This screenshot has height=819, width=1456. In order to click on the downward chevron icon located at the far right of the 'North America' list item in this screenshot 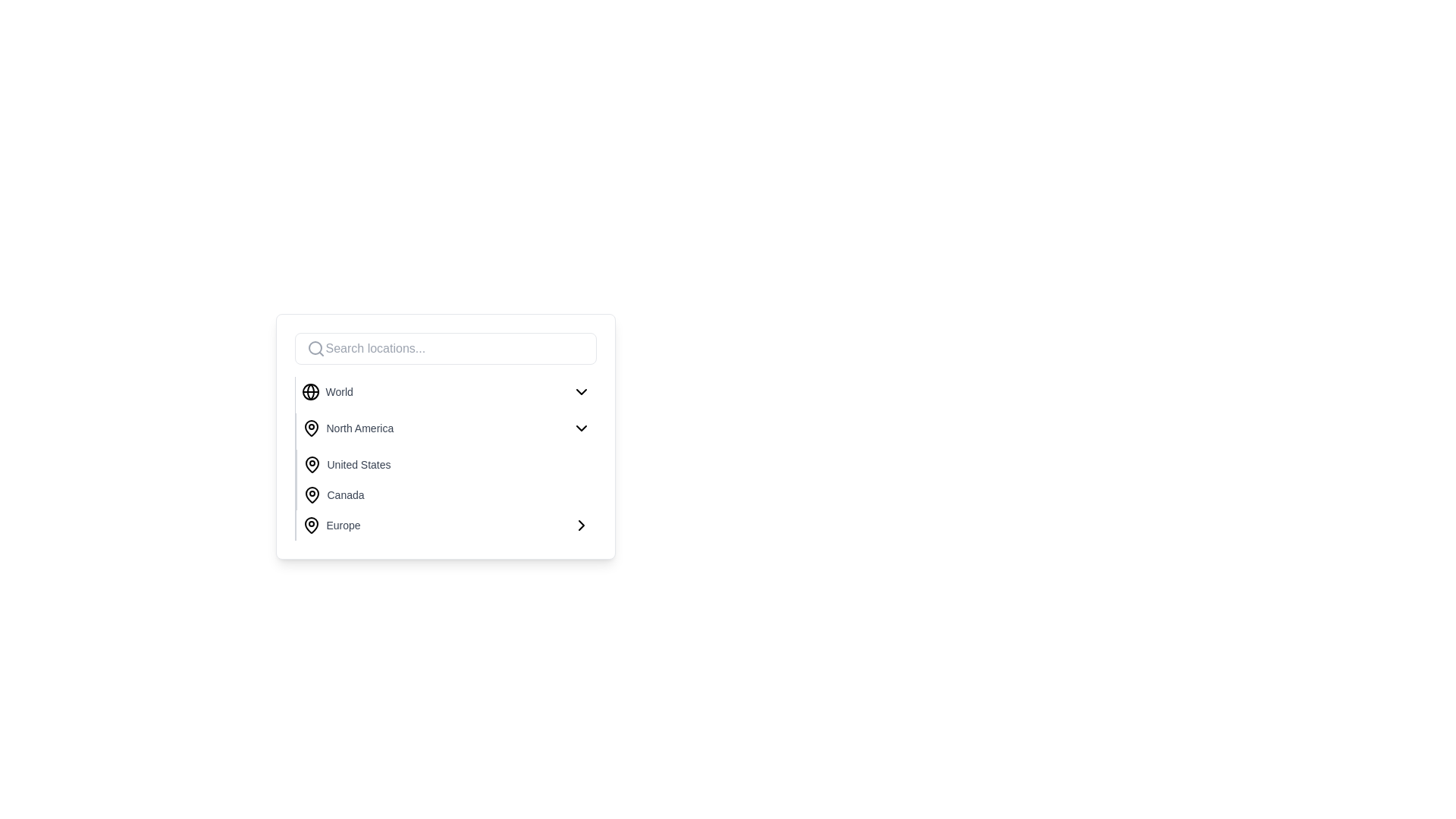, I will do `click(580, 428)`.